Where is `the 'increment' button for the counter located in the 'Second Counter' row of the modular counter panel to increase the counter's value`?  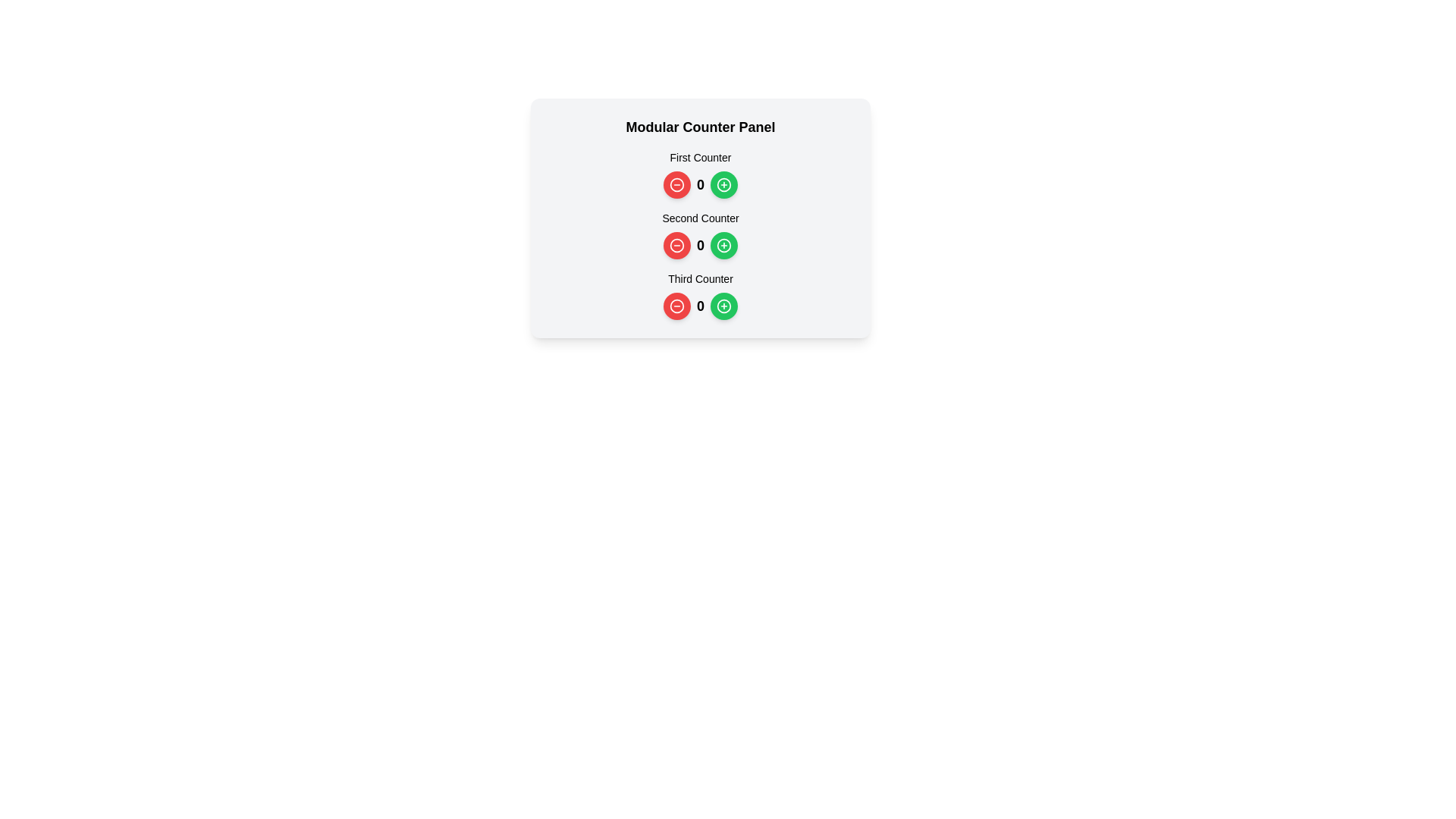
the 'increment' button for the counter located in the 'Second Counter' row of the modular counter panel to increase the counter's value is located at coordinates (723, 245).